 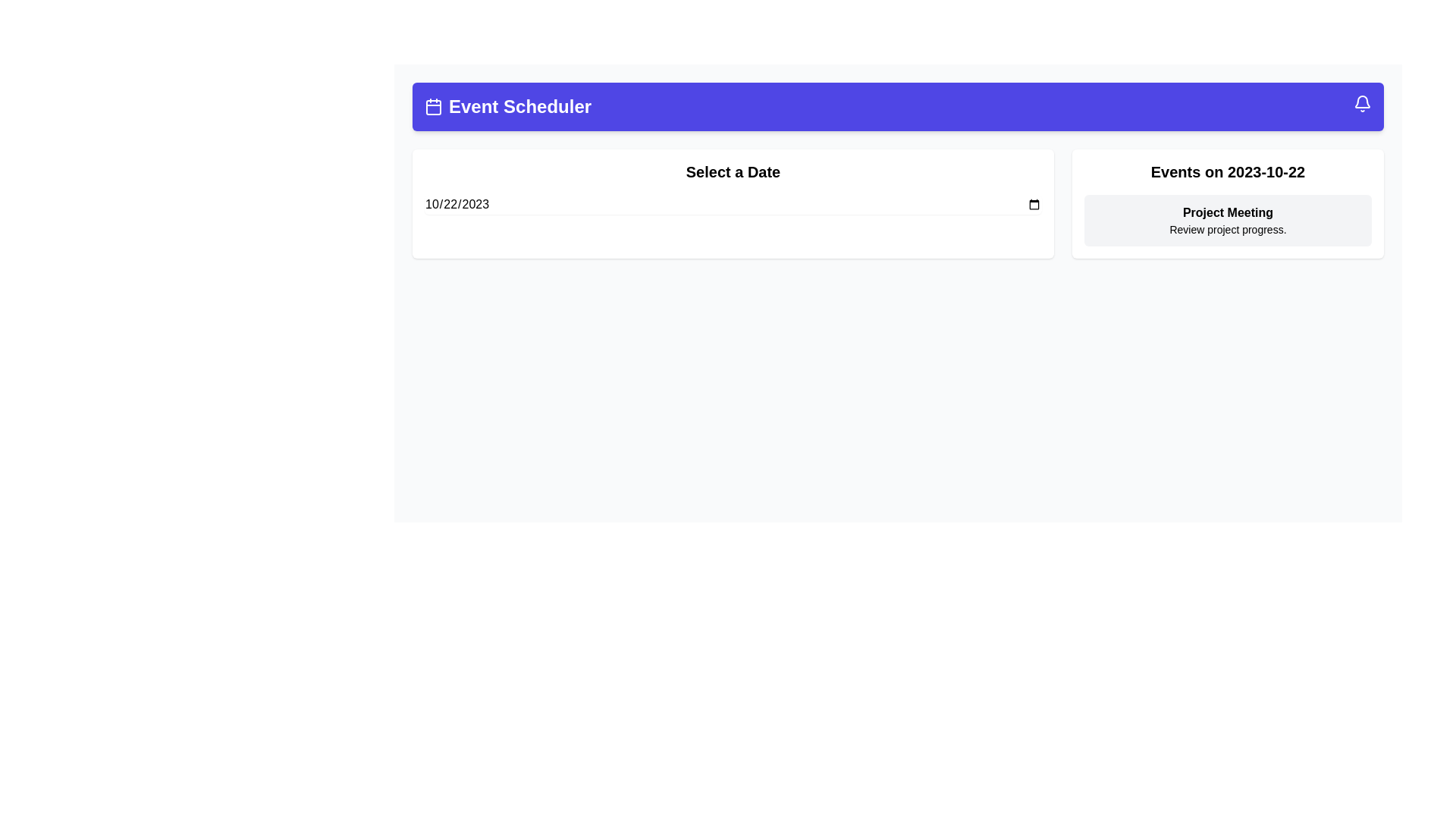 I want to click on the text header displaying 'Select a Date', which is a bold and prominent title styled with a large font size, located at the top-center of the main interface above a date input field, so click(x=733, y=171).